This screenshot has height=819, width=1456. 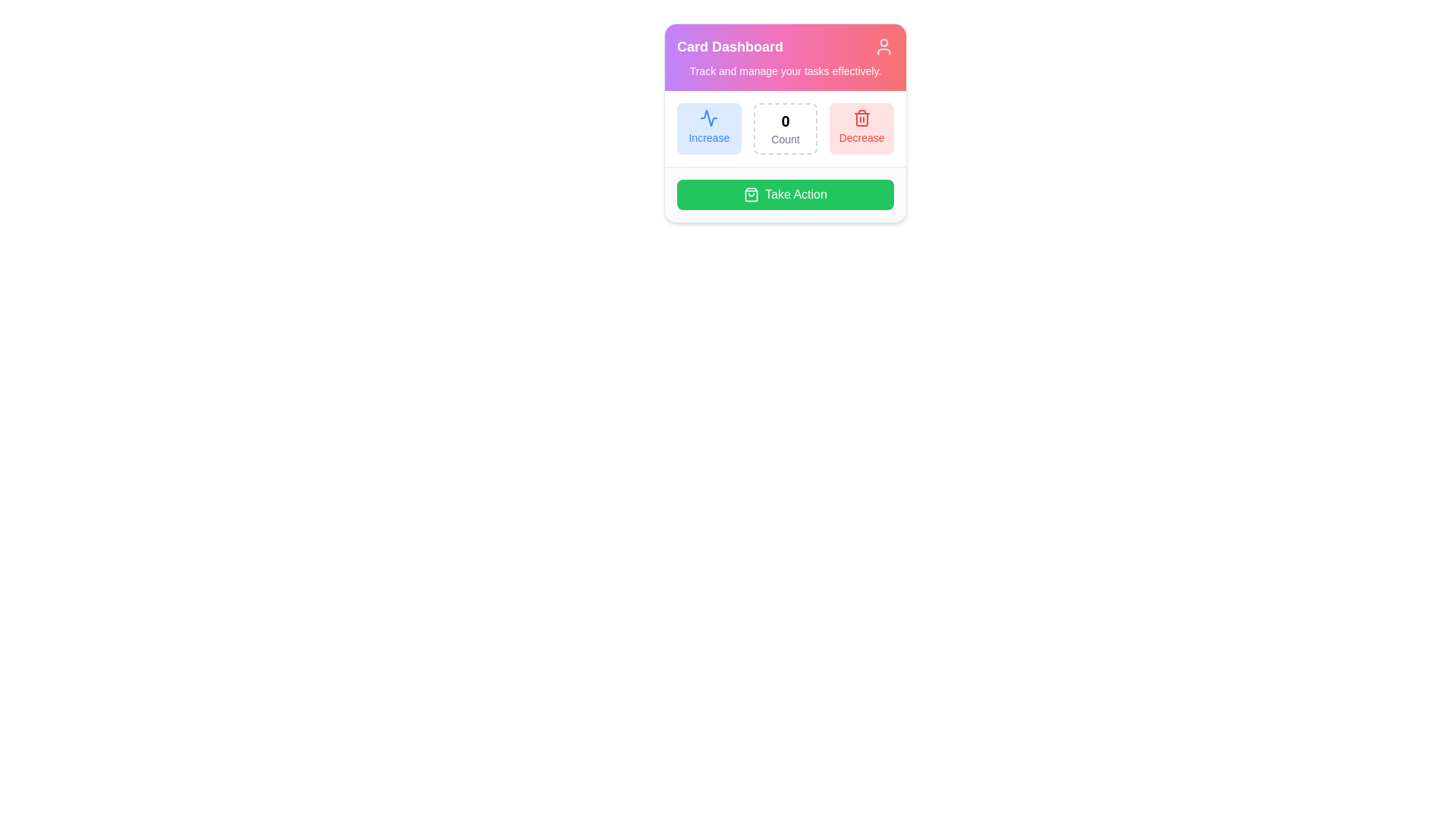 I want to click on the Text Display element that shows a bold '0' with a smaller 'Count' text below it, located between the blue 'Increase' button and the red 'Decrease' button, so click(x=786, y=127).